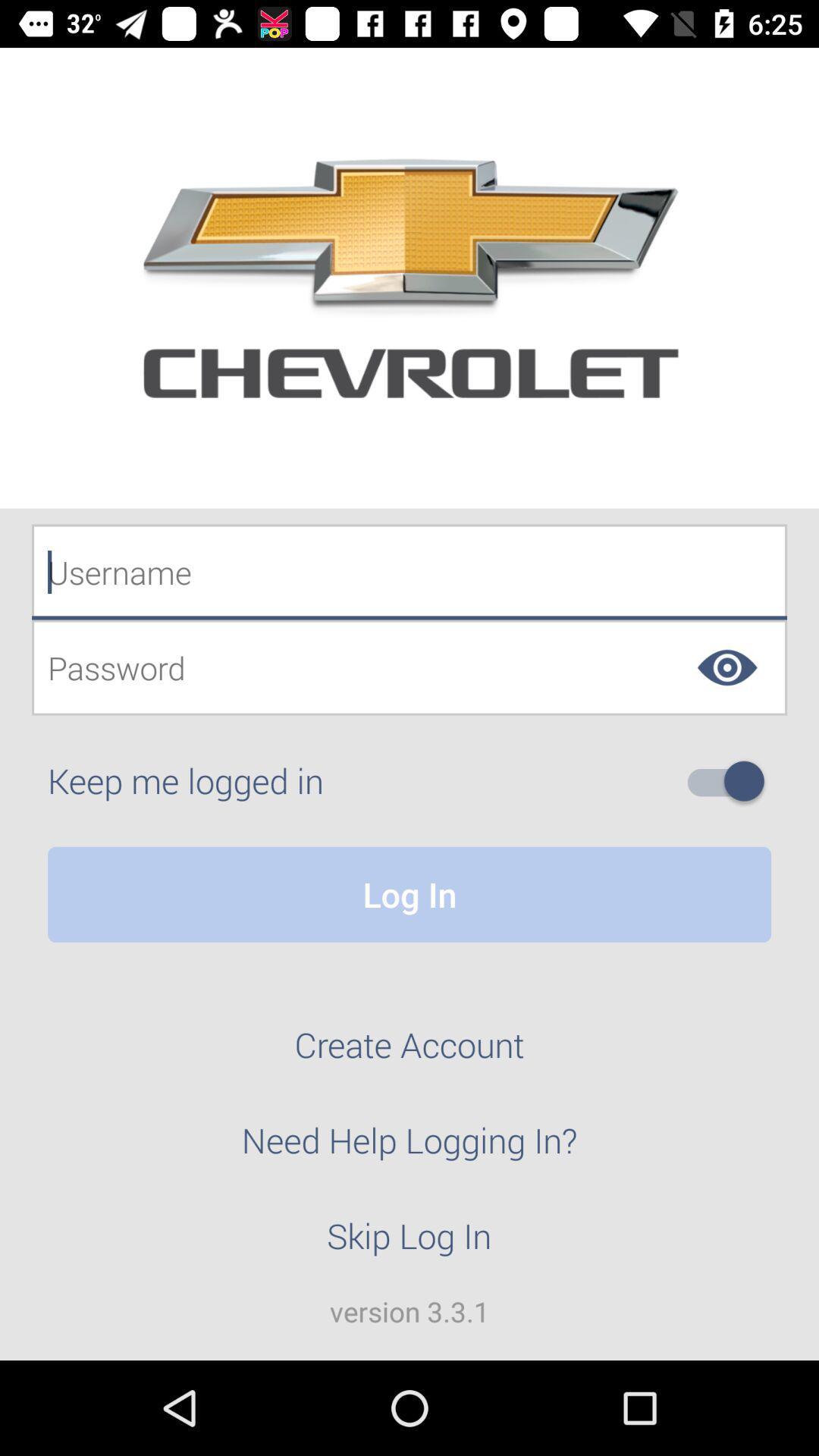 The width and height of the screenshot is (819, 1456). I want to click on type password, so click(409, 667).